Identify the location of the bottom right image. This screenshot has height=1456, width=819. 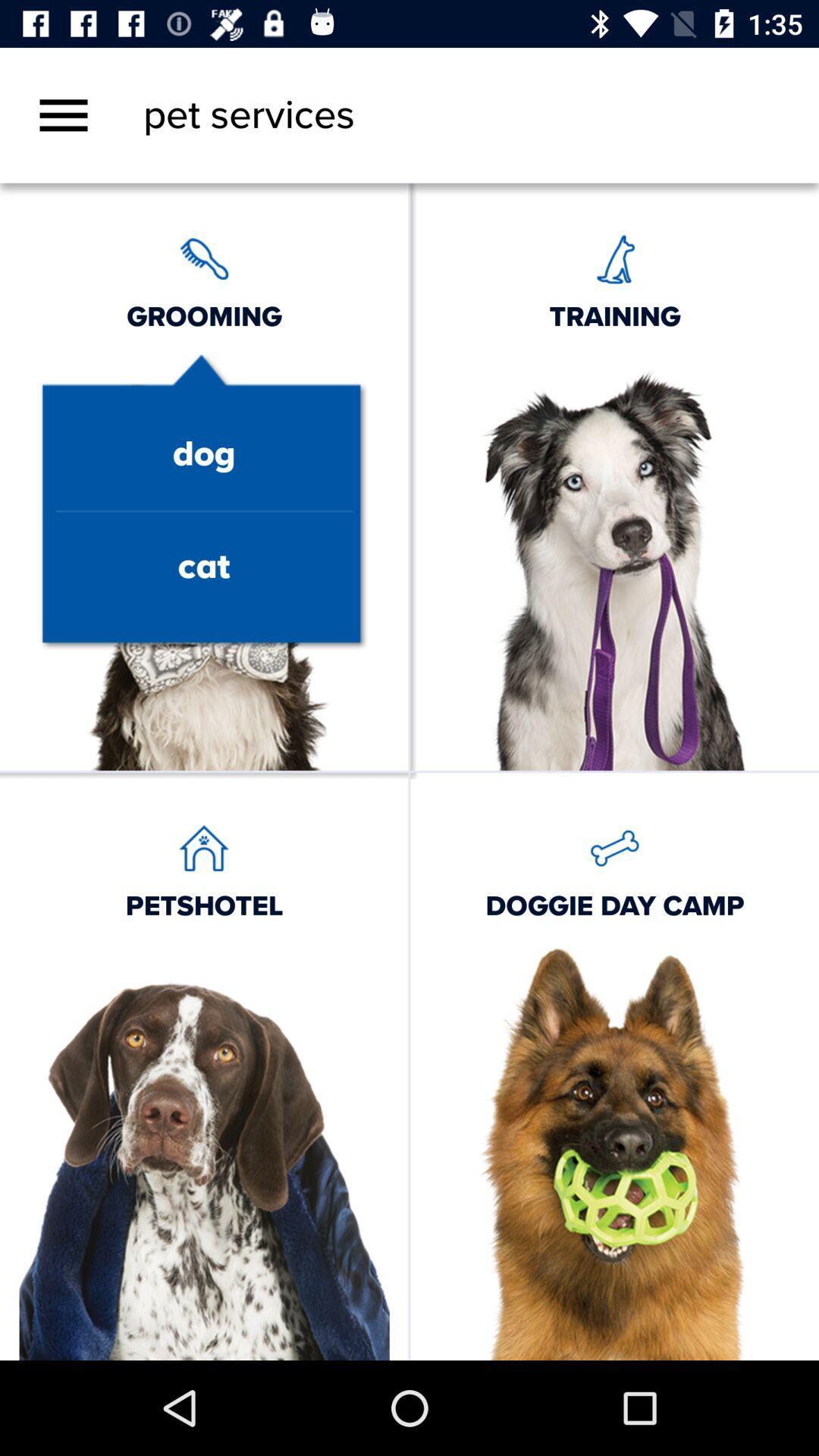
(614, 1150).